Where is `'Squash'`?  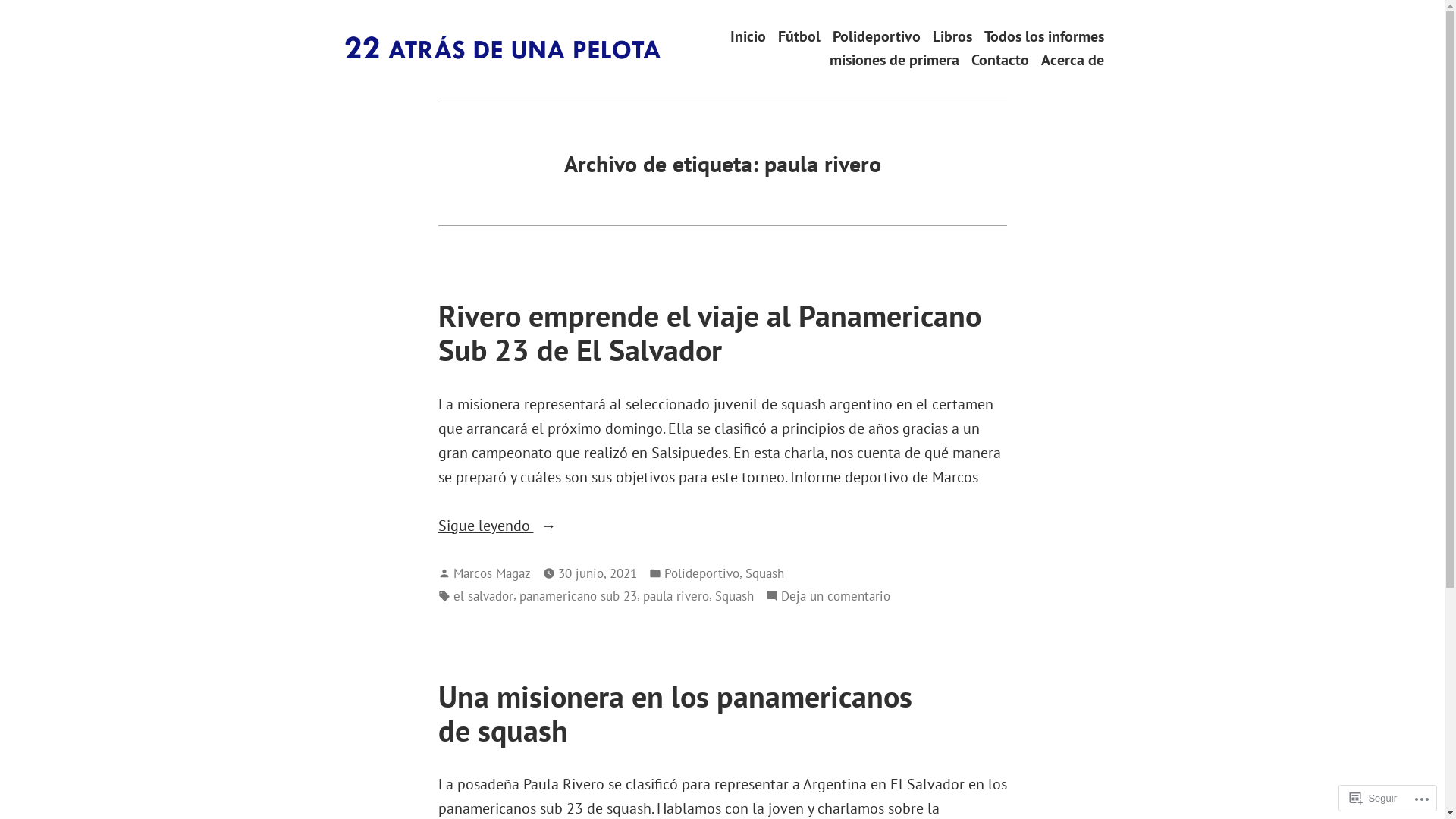 'Squash' is located at coordinates (745, 573).